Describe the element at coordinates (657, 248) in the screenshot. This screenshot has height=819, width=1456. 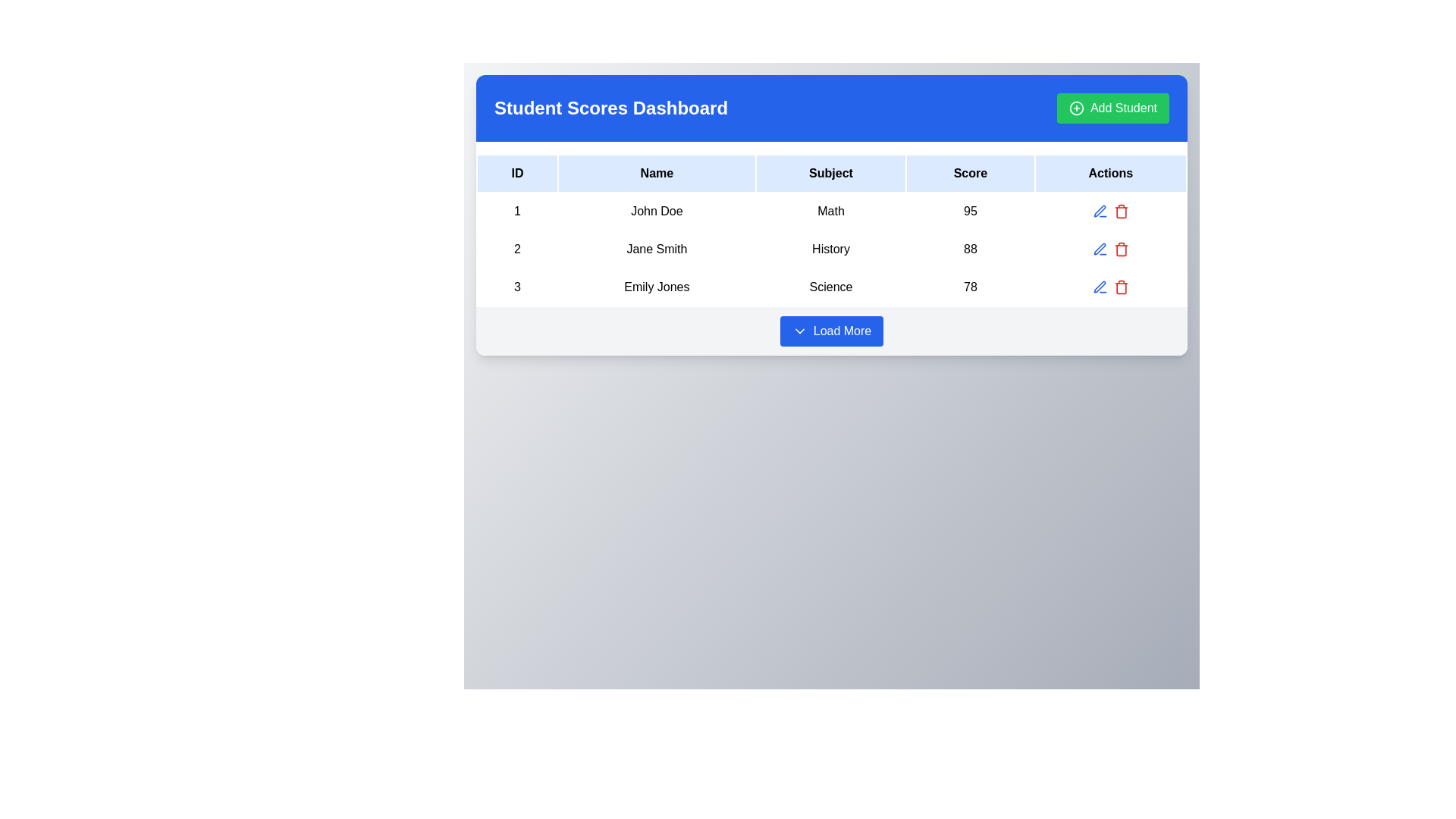
I see `the text label displaying 'Jane Smith' in the second row and second column of the table within the dashboard interface` at that location.